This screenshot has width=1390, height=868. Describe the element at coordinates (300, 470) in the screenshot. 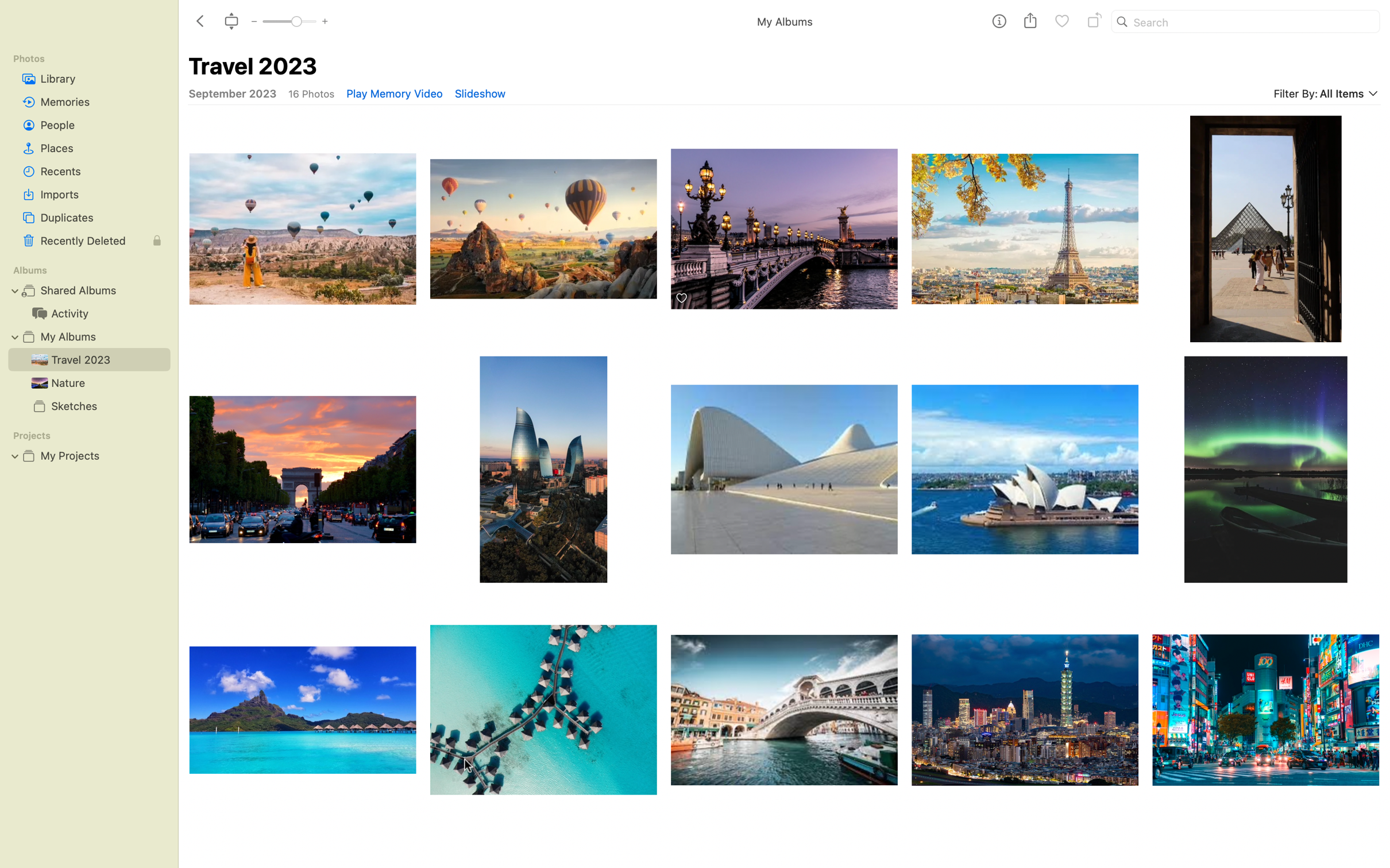

I see `image of arc de triomphe` at that location.